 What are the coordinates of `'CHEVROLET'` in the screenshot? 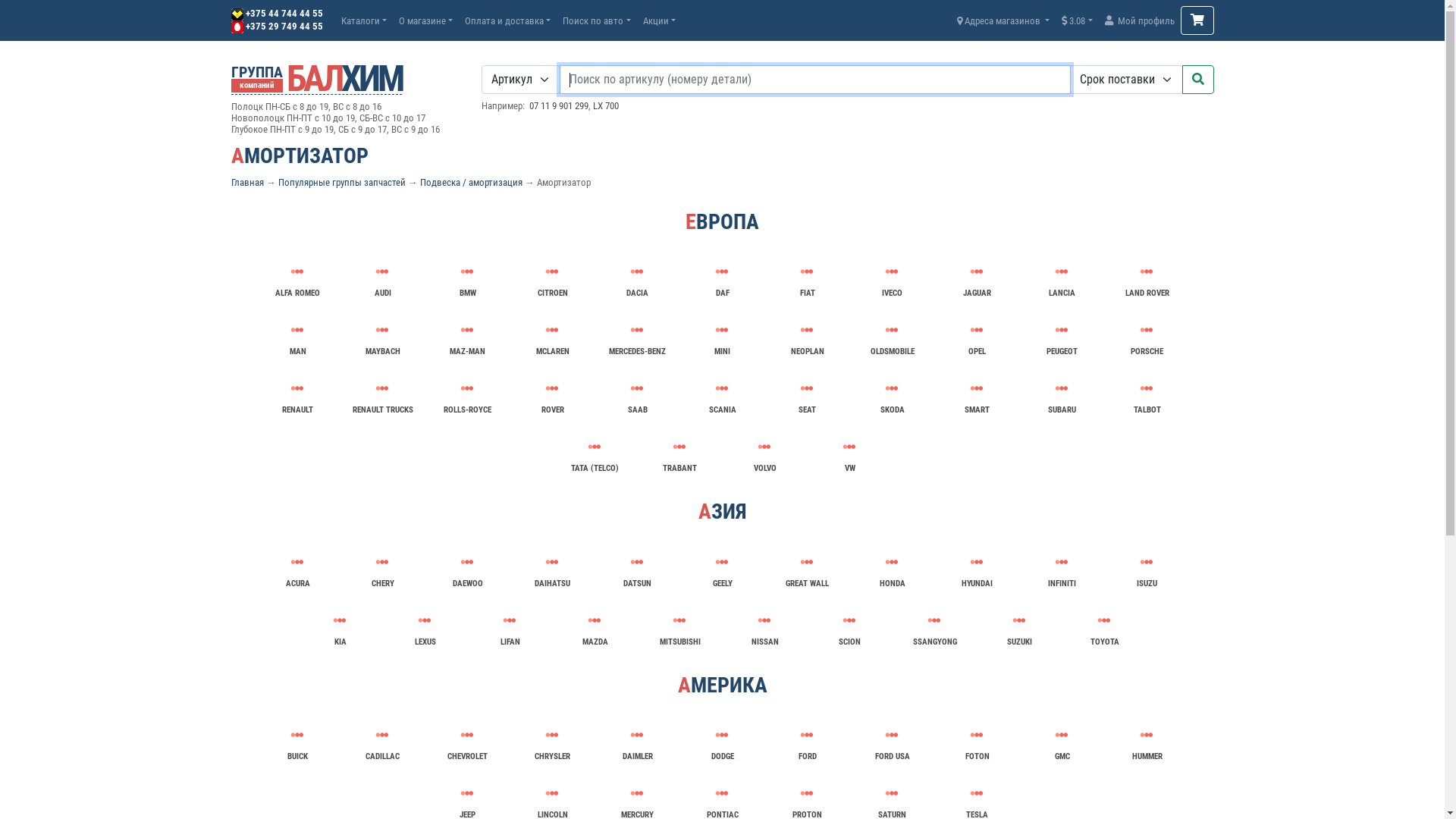 It's located at (466, 733).